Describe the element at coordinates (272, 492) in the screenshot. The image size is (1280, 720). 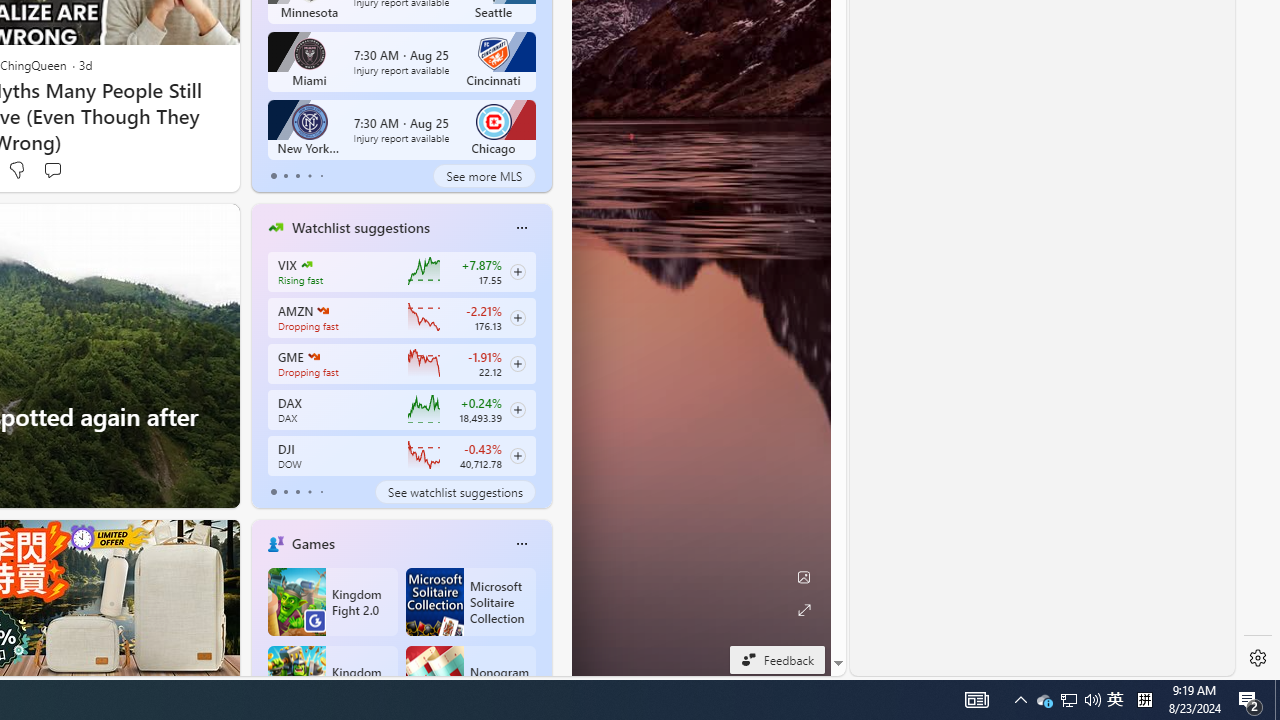
I see `'tab-0'` at that location.